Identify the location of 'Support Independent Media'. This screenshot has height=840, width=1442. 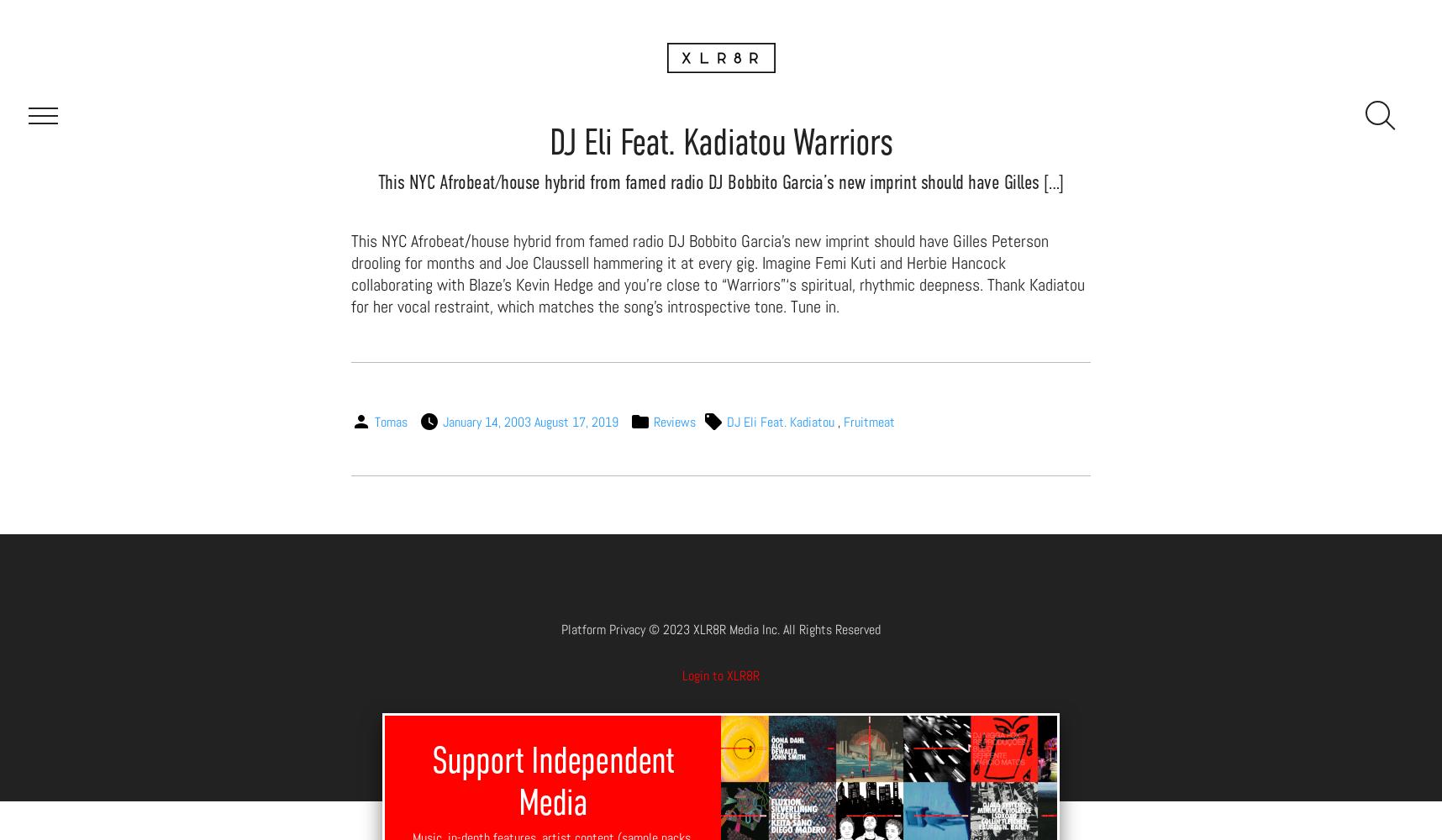
(551, 781).